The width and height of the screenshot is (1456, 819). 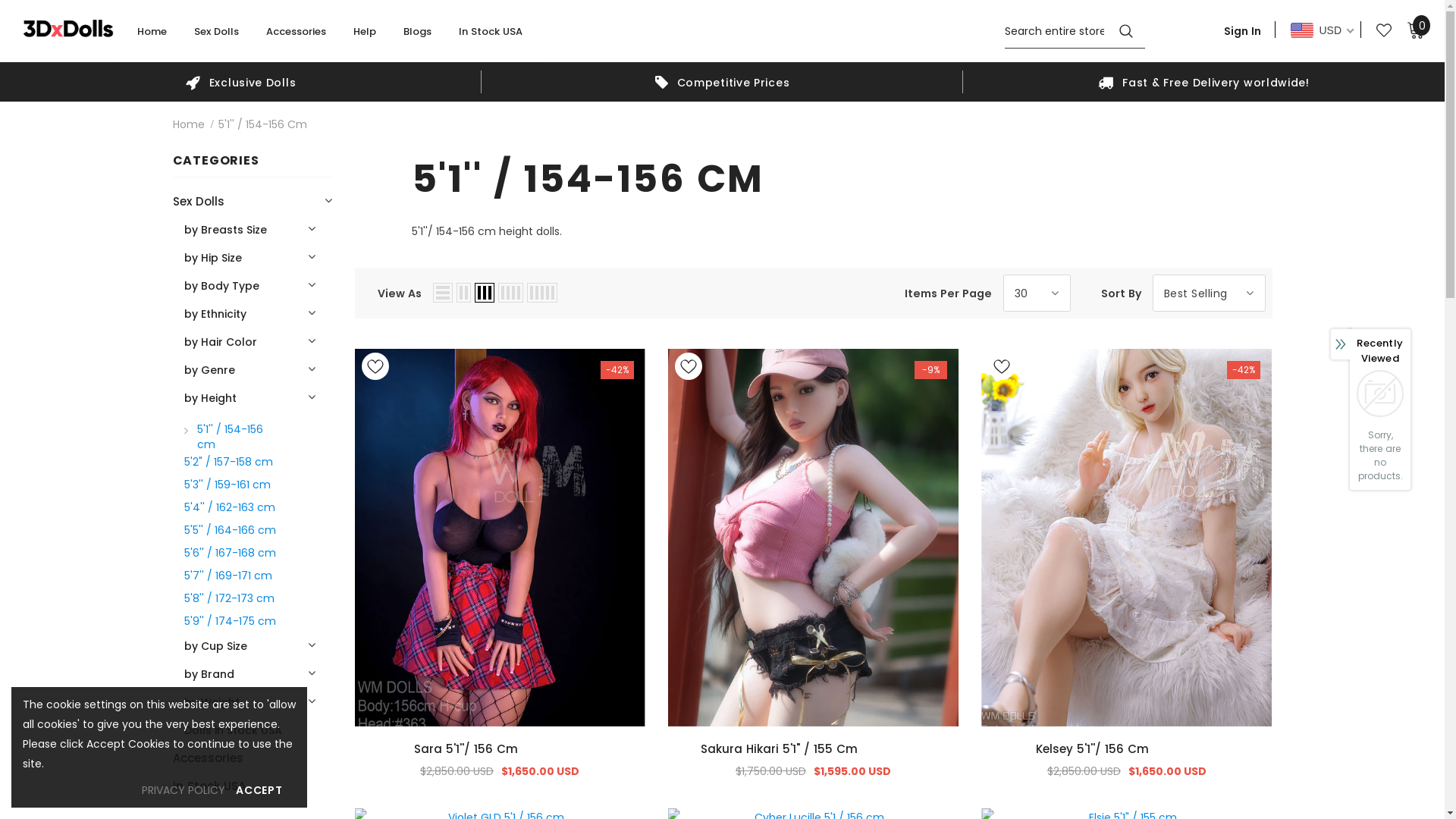 What do you see at coordinates (228, 506) in the screenshot?
I see `'5'4'' / 162-163 cm'` at bounding box center [228, 506].